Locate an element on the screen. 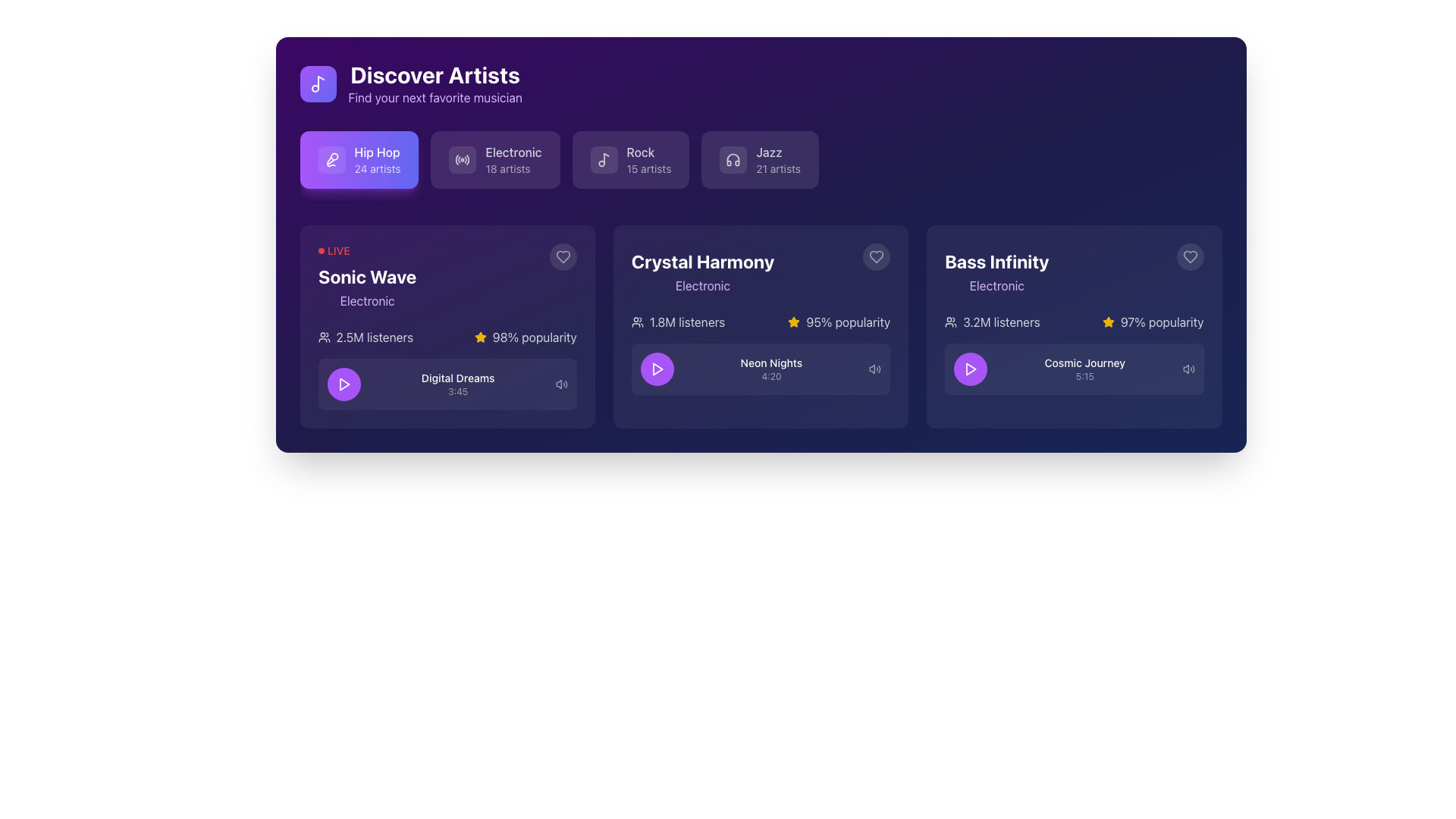 The image size is (1456, 819). the 'Electronic' text label which is styled in a larger, bold font and is located between 'Hip Hop' and 'Rock' under the 'Discover Artists' header is located at coordinates (513, 160).